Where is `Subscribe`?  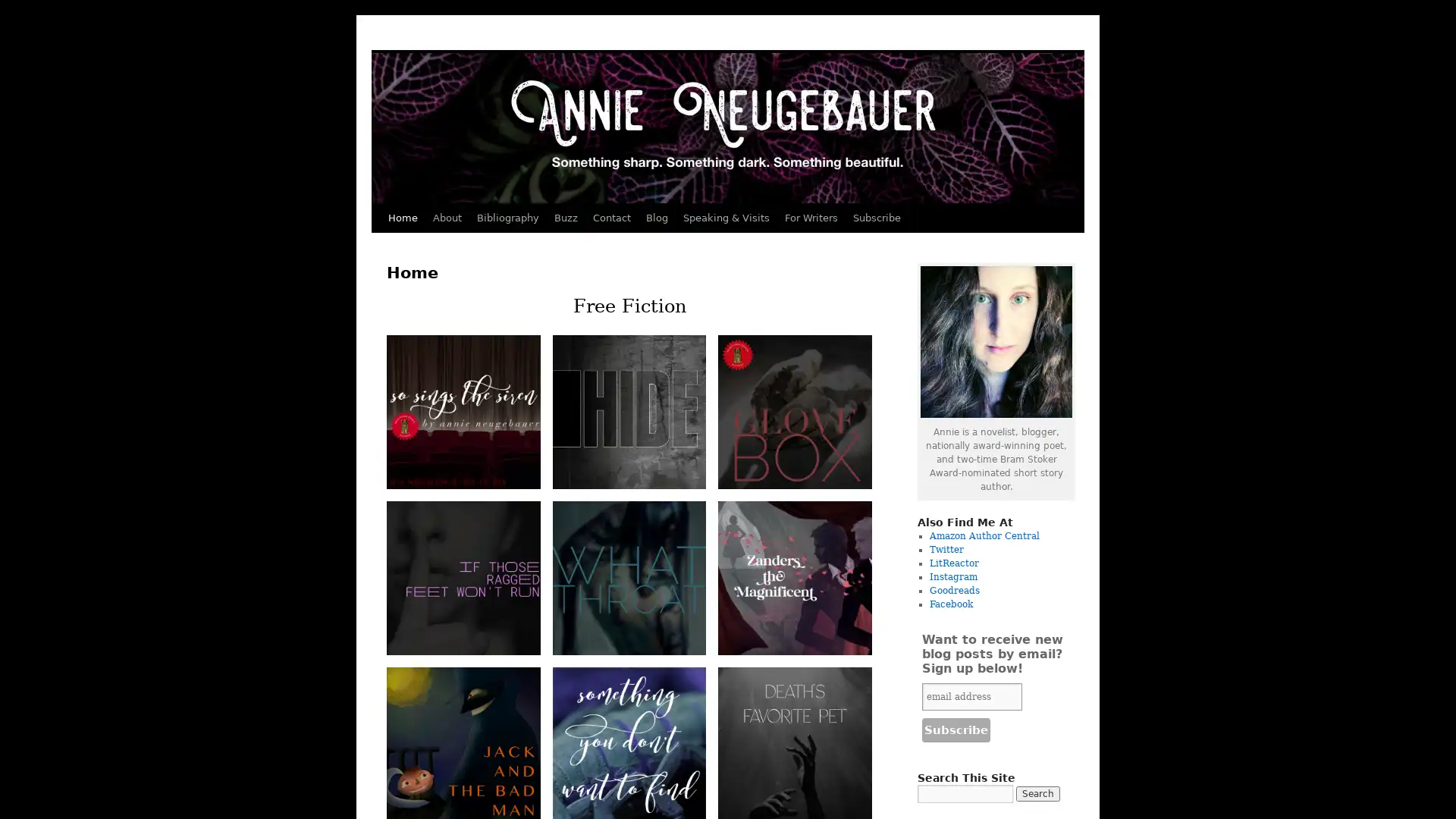 Subscribe is located at coordinates (955, 730).